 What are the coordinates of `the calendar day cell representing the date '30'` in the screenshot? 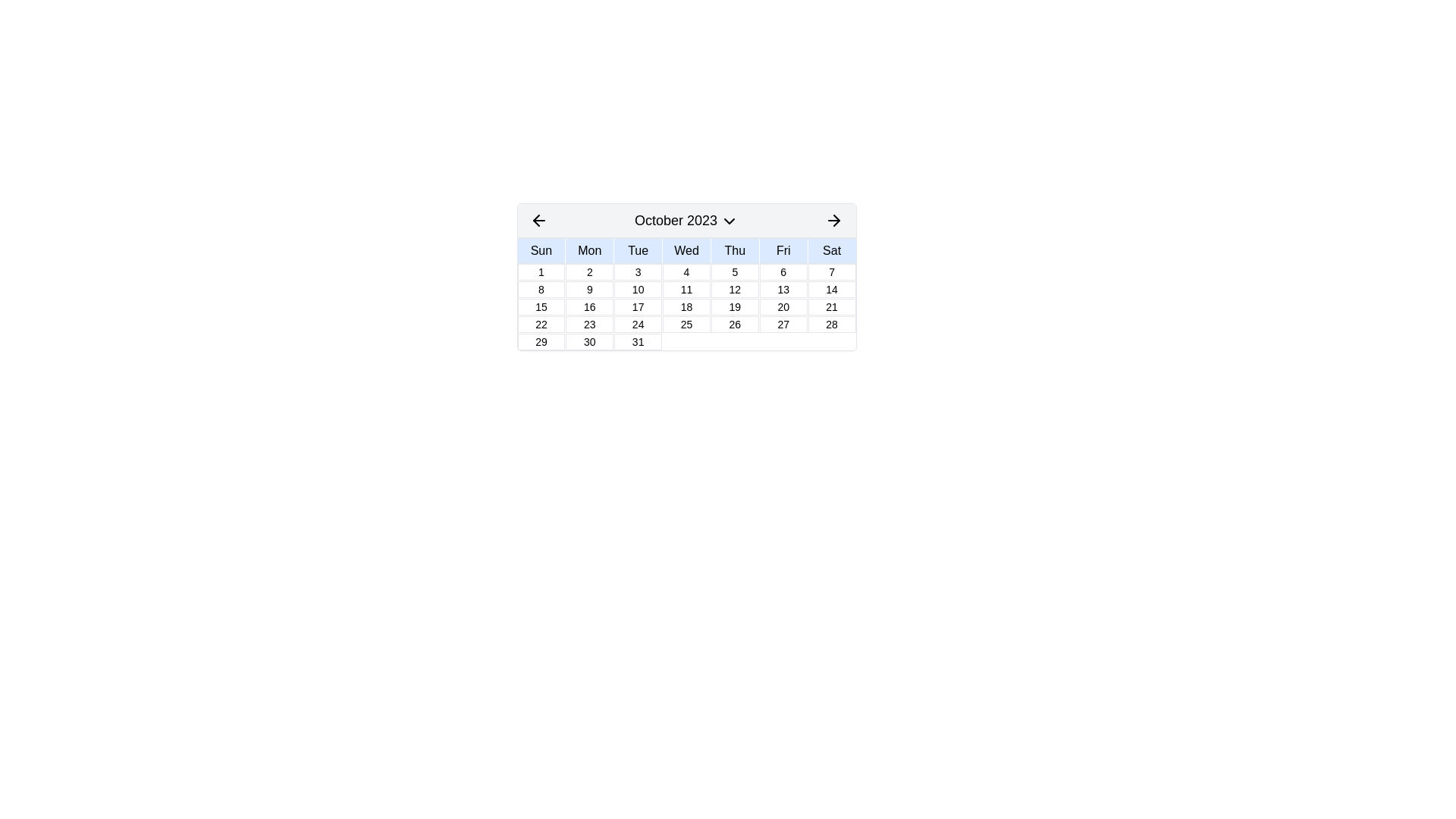 It's located at (588, 342).